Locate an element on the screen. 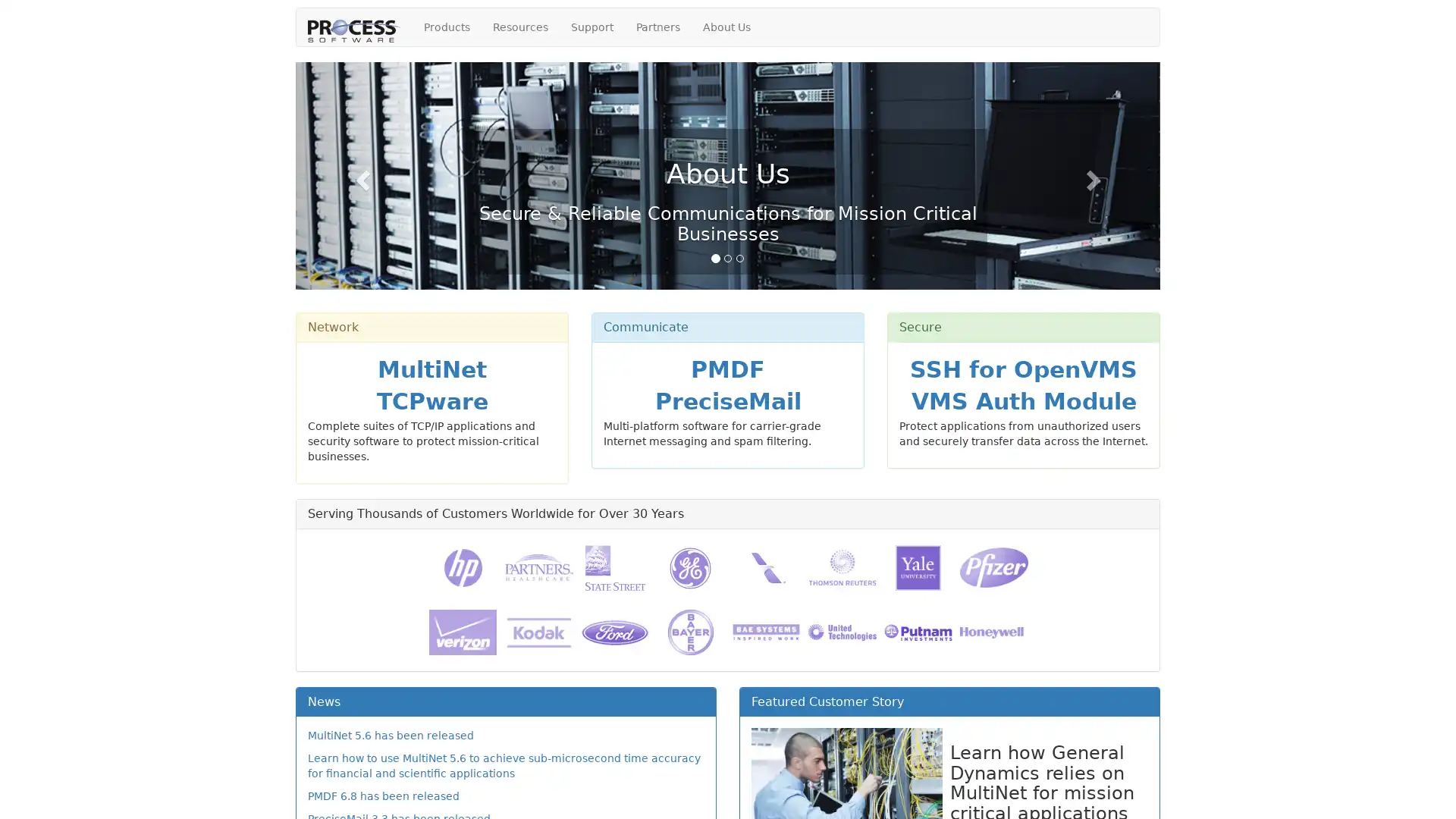  Next is located at coordinates (1095, 174).